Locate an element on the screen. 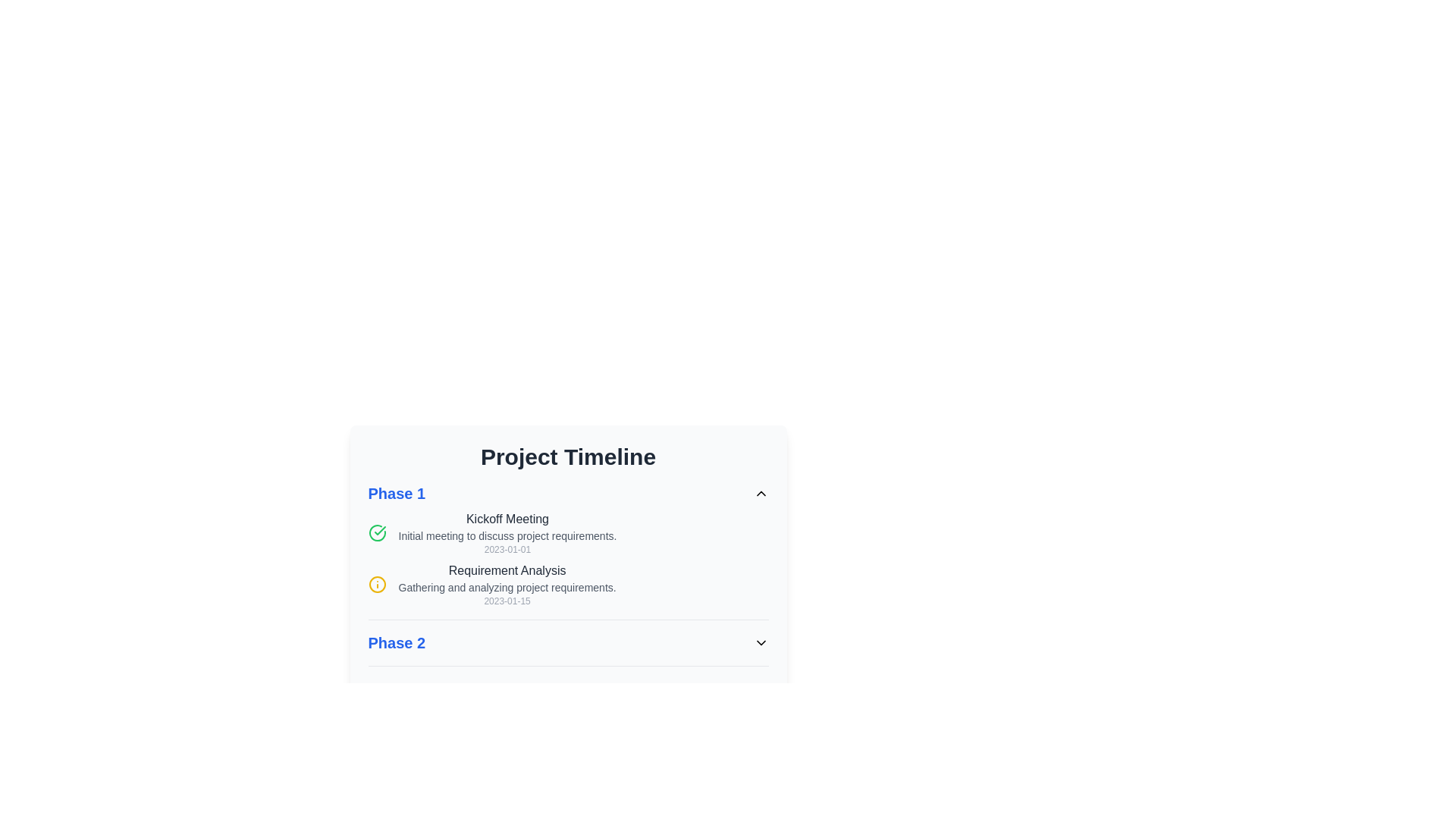 This screenshot has height=819, width=1456. the outer SVG Circle element located within the icon at the top of the Requirement Analysis section is located at coordinates (377, 584).